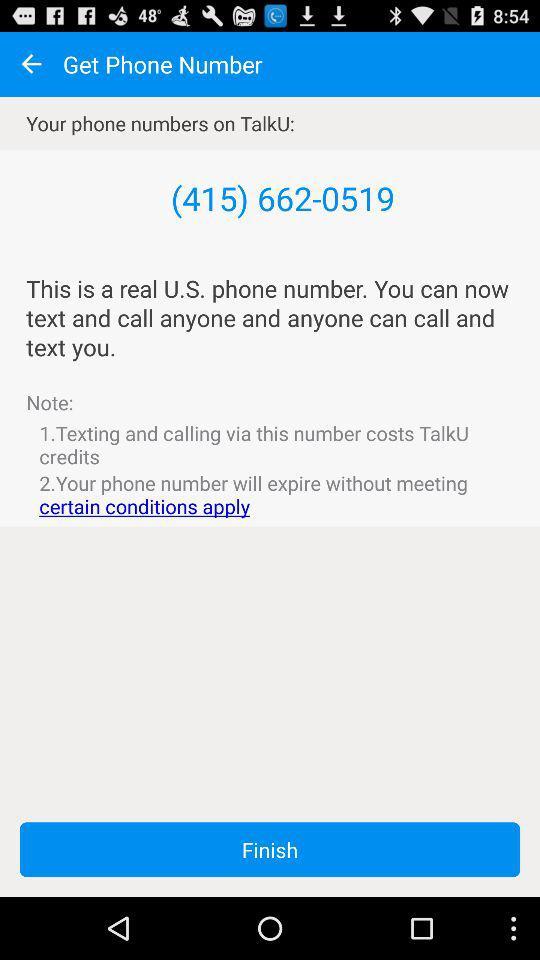 Image resolution: width=540 pixels, height=960 pixels. Describe the element at coordinates (270, 848) in the screenshot. I see `finish icon` at that location.